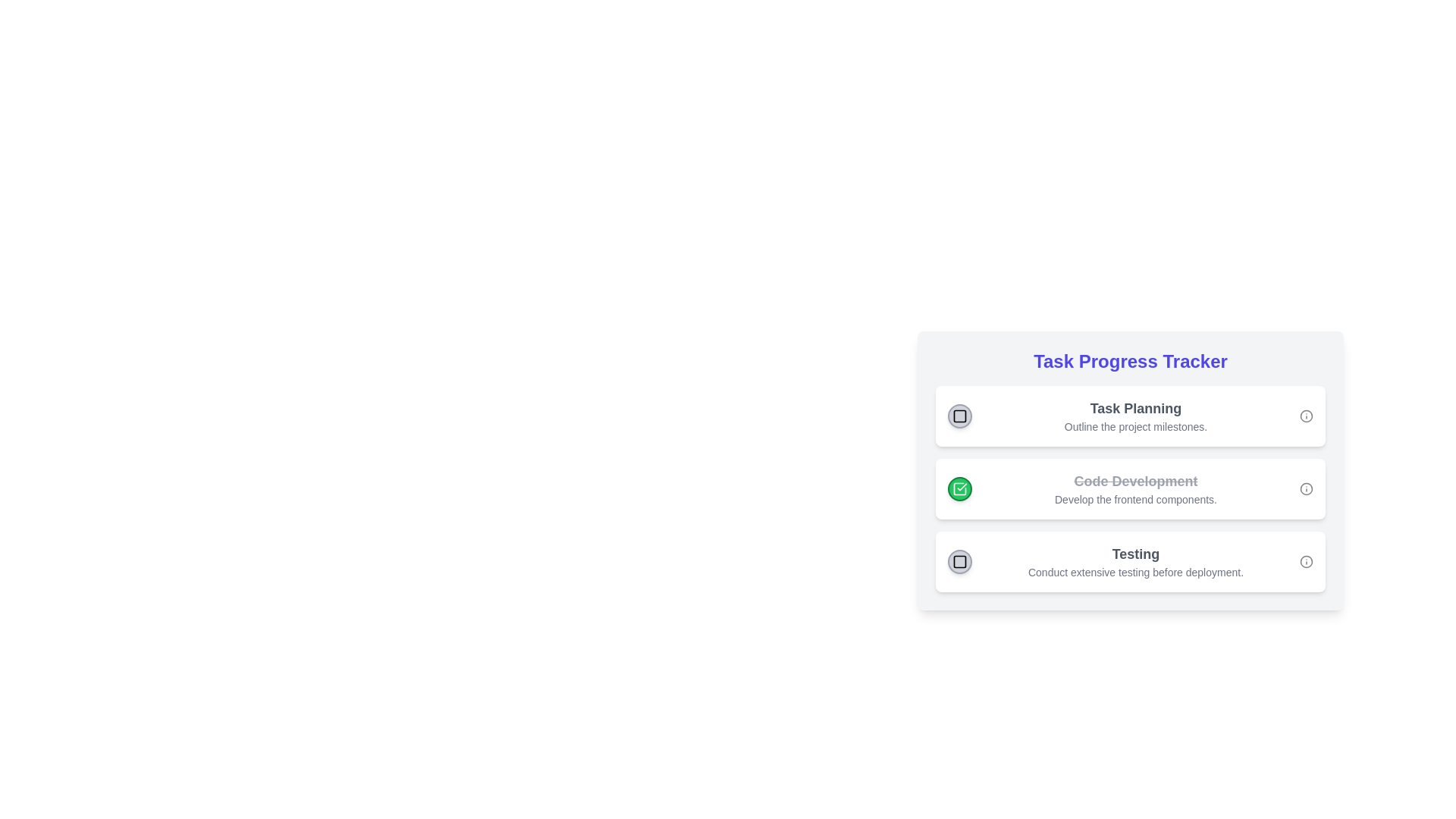 This screenshot has height=819, width=1456. Describe the element at coordinates (1135, 408) in the screenshot. I see `the 'Task Planning' text label, which is styled in a larger bold font and appears prominently in grayish color above the 'Outline the project milestones.' text within the 'Task Progress Tracker' component` at that location.